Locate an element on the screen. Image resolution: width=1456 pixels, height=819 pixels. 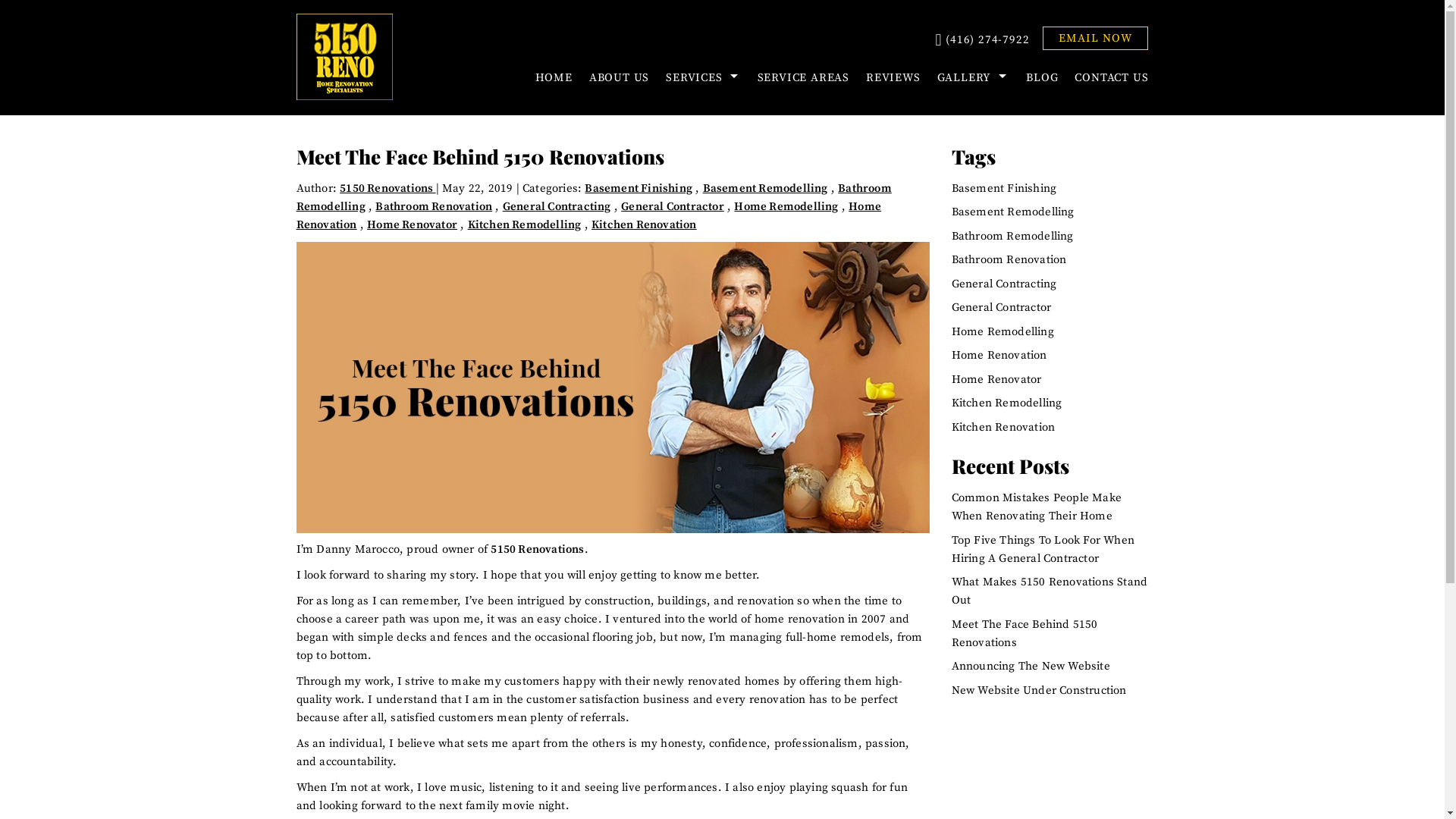
'HOME' is located at coordinates (553, 77).